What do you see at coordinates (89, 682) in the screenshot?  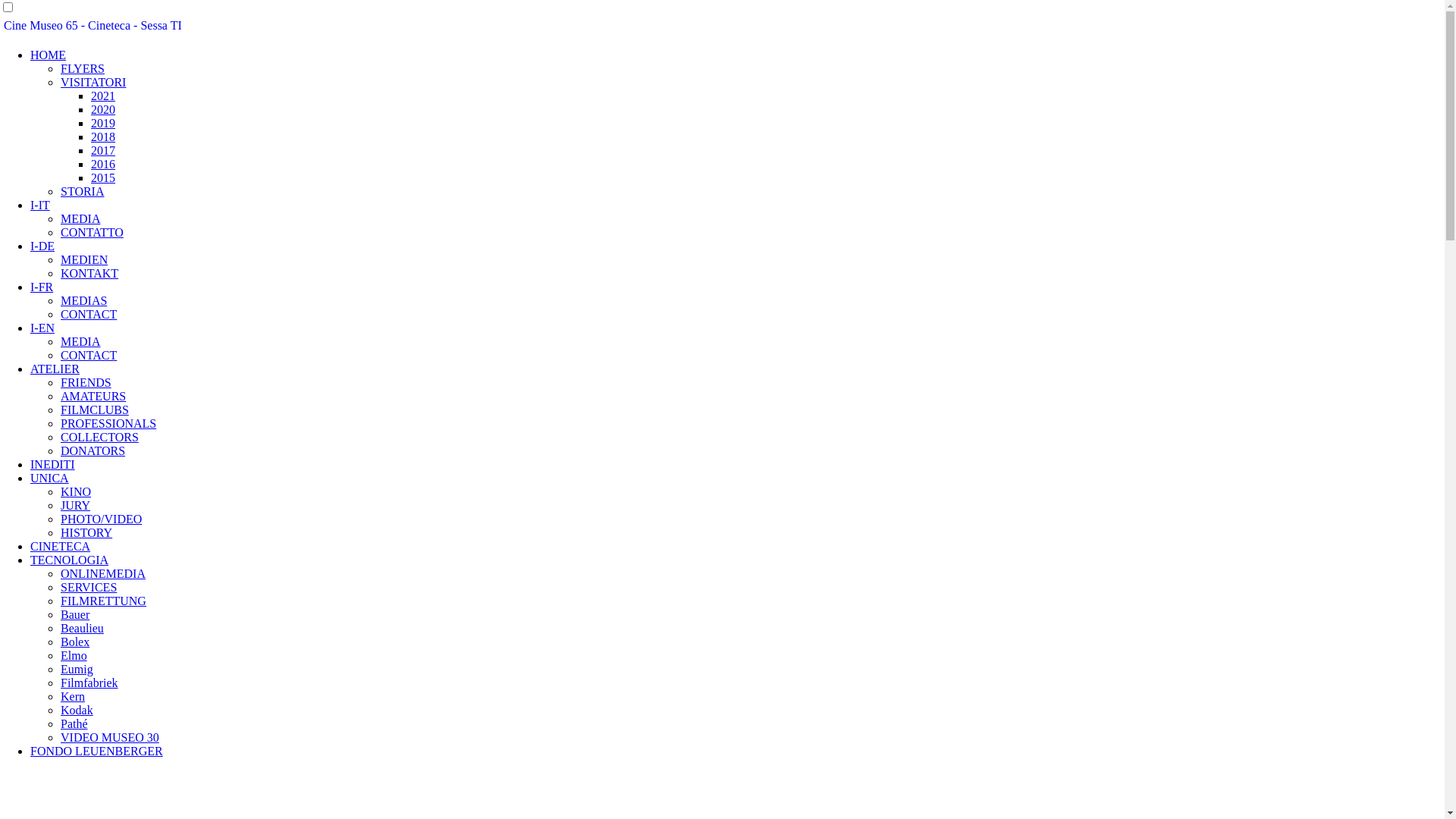 I see `'Filmfabriek'` at bounding box center [89, 682].